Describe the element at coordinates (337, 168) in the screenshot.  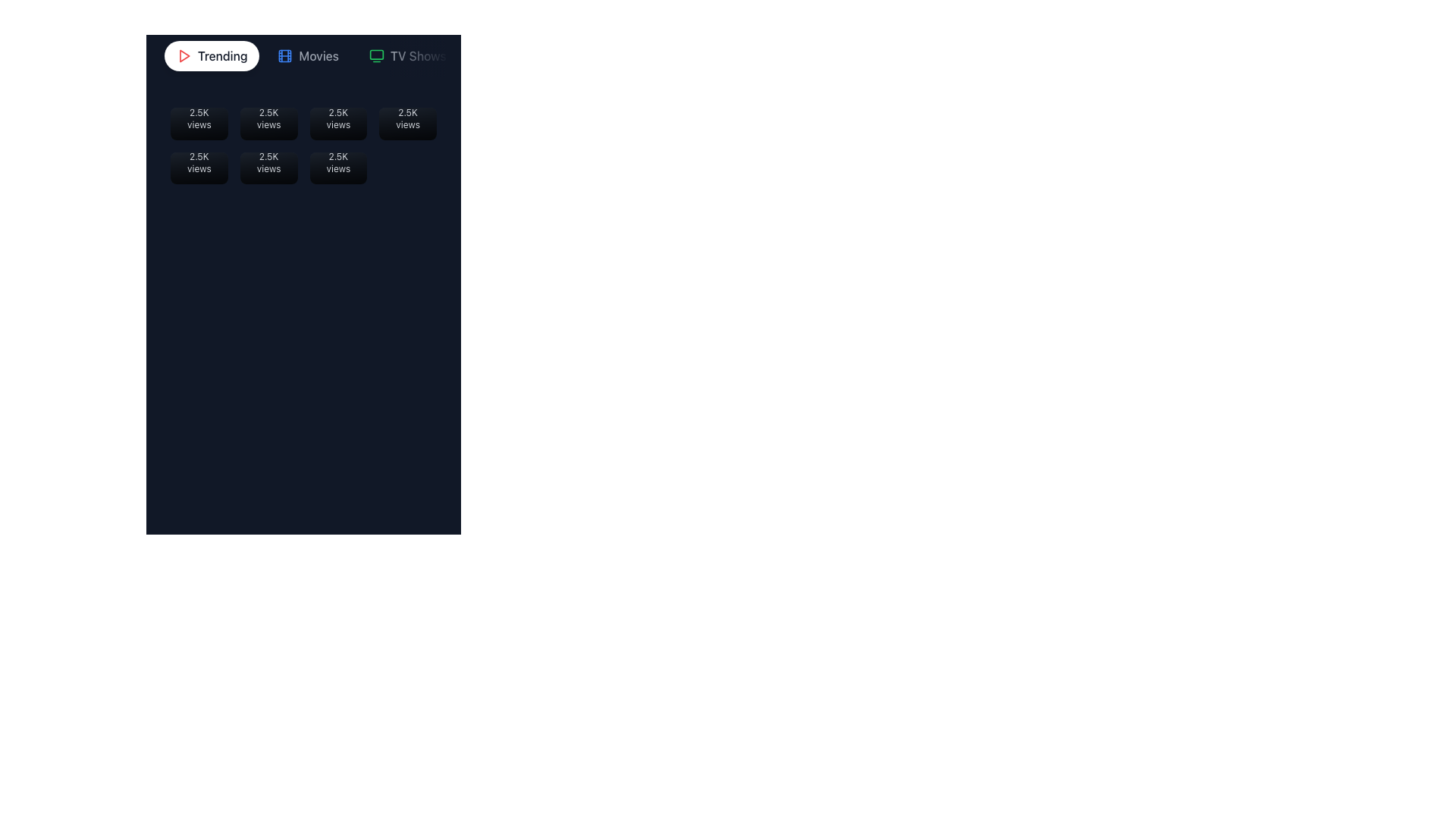
I see `the text label UI component that displays the view count, showing '2.5K views', located in the second row and third column of the grid layout` at that location.